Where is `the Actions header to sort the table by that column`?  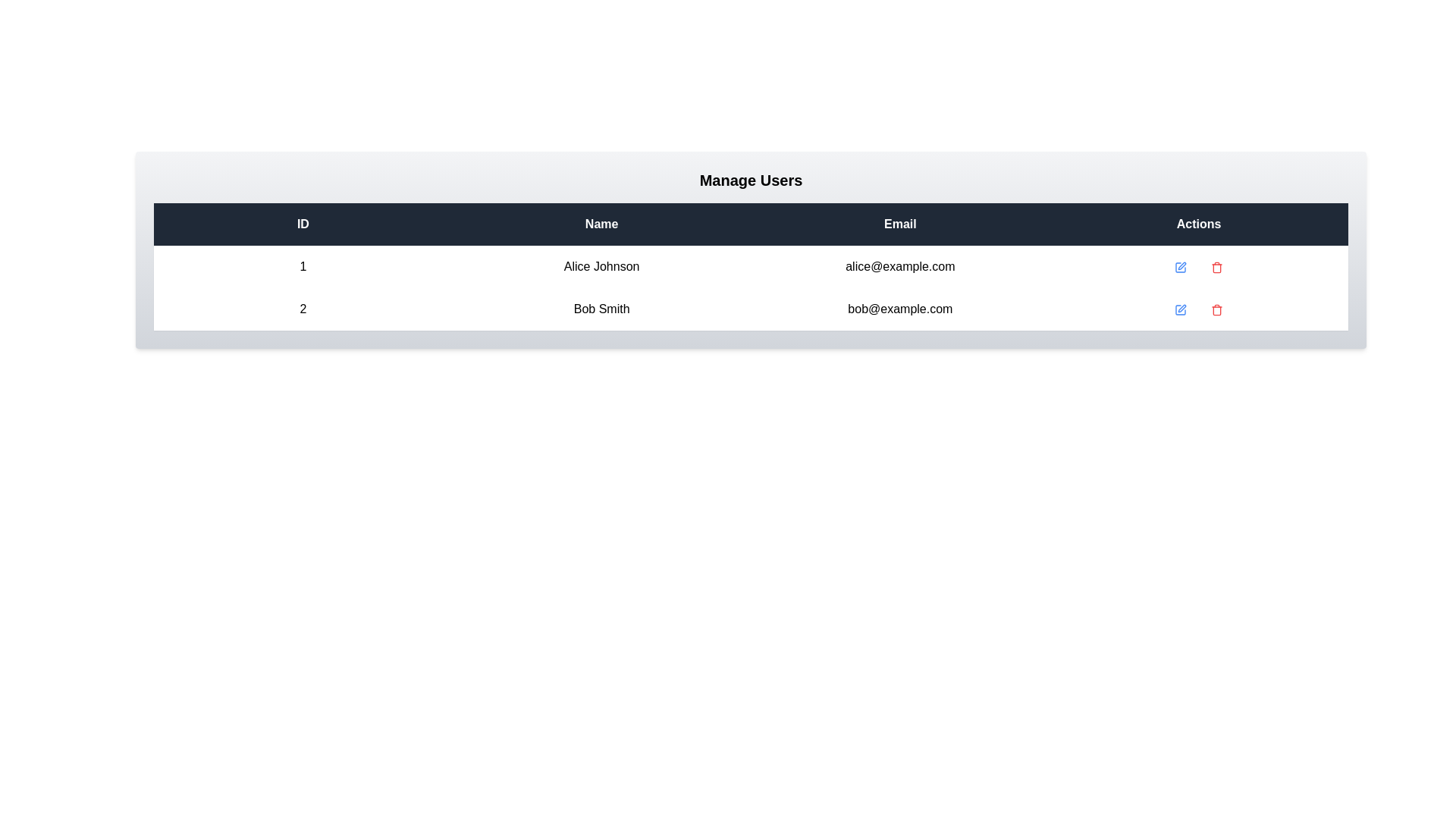
the Actions header to sort the table by that column is located at coordinates (1198, 224).